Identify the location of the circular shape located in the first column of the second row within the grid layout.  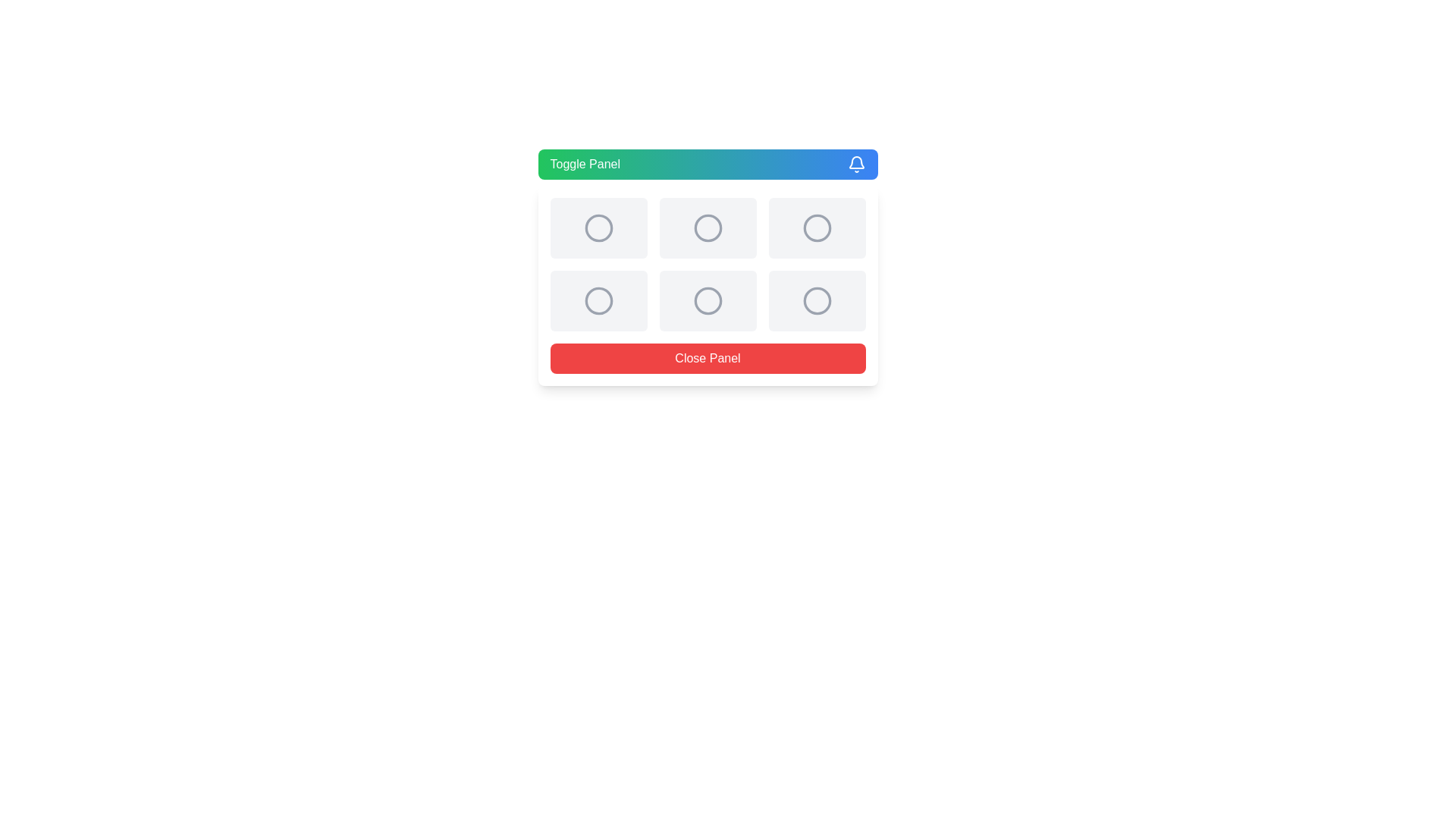
(598, 301).